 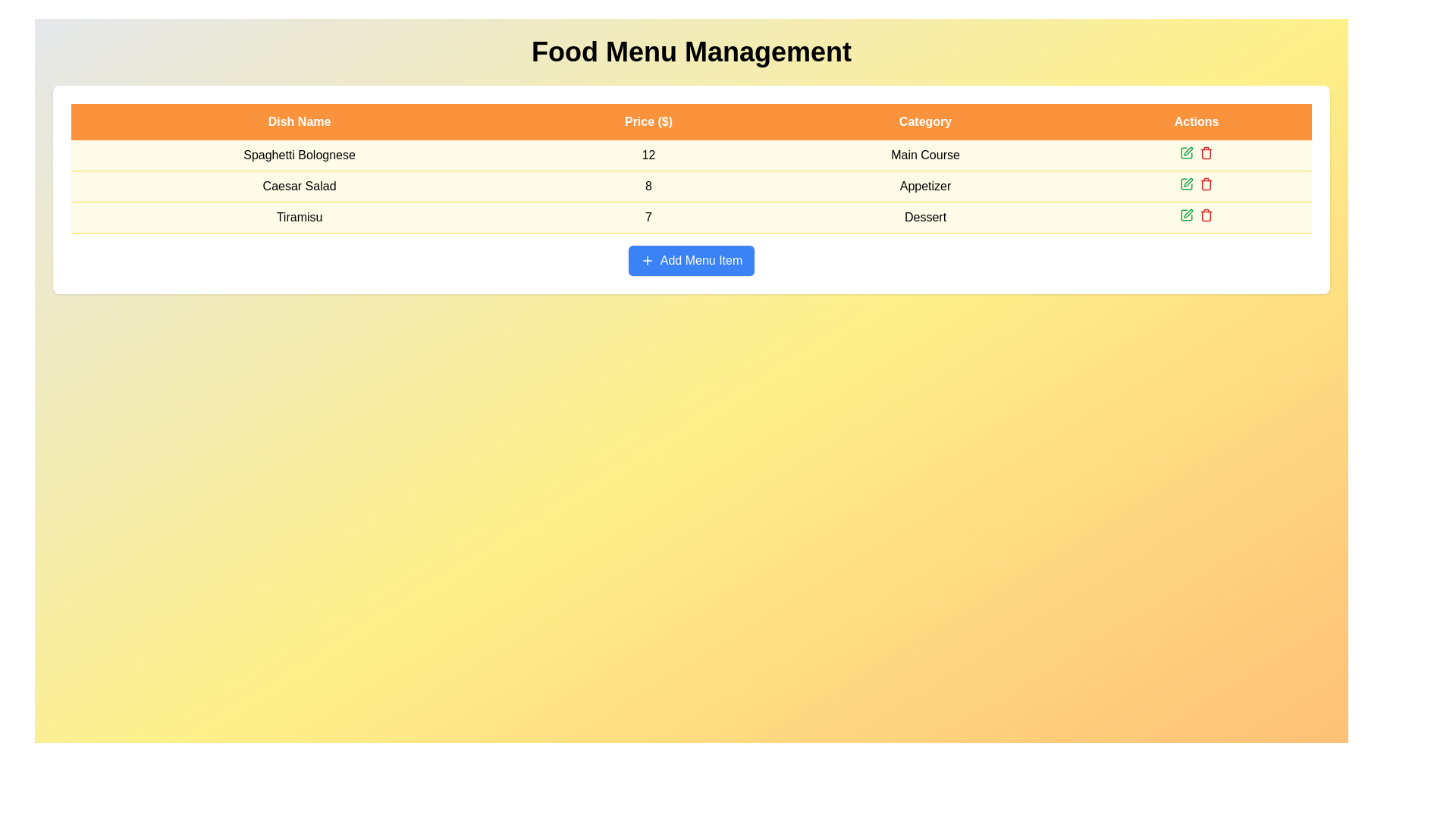 I want to click on the edit icon button located in the 'Actions' column of the first row in the table, so click(x=1185, y=152).